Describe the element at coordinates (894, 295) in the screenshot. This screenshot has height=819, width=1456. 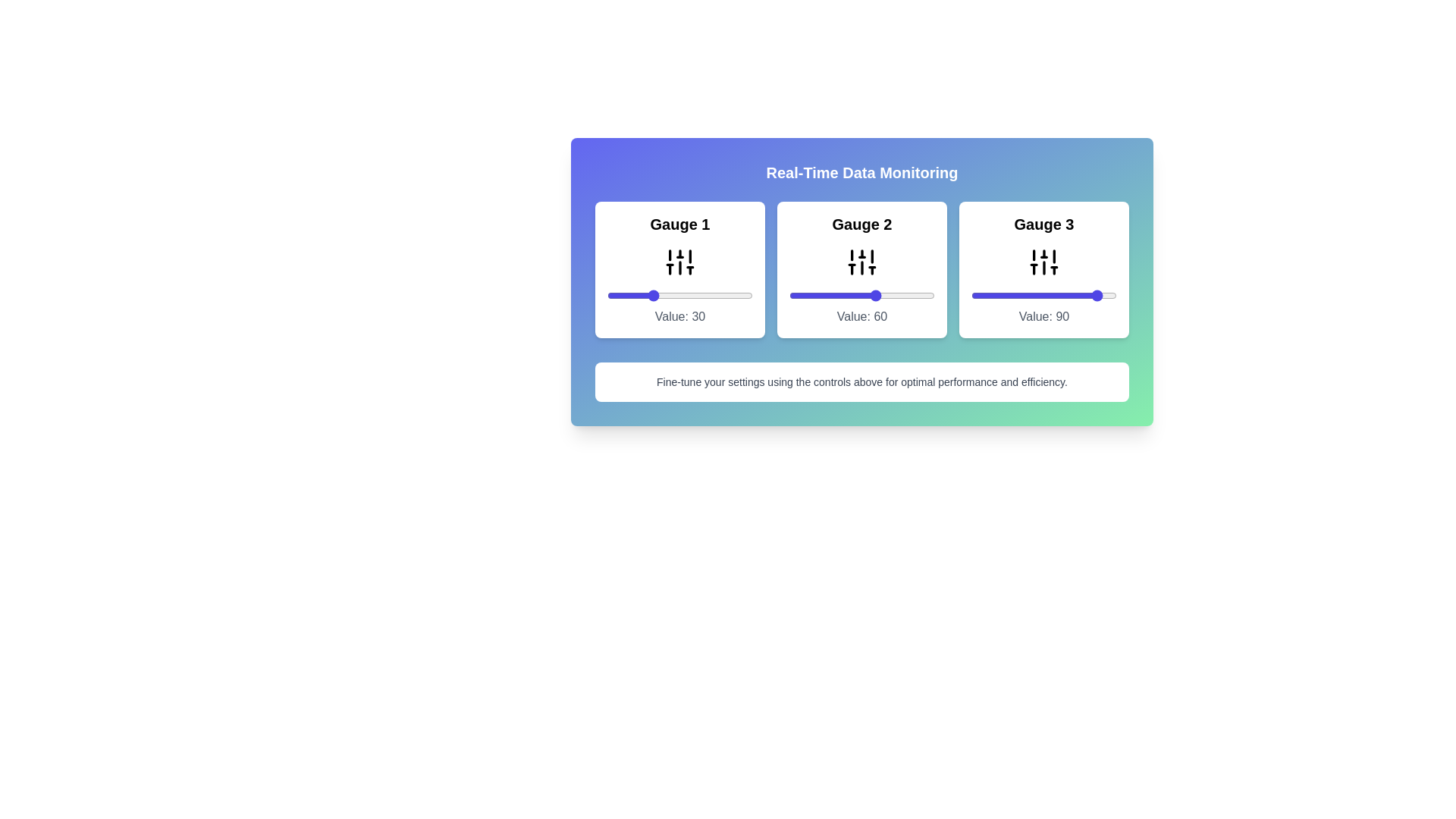
I see `the slider` at that location.